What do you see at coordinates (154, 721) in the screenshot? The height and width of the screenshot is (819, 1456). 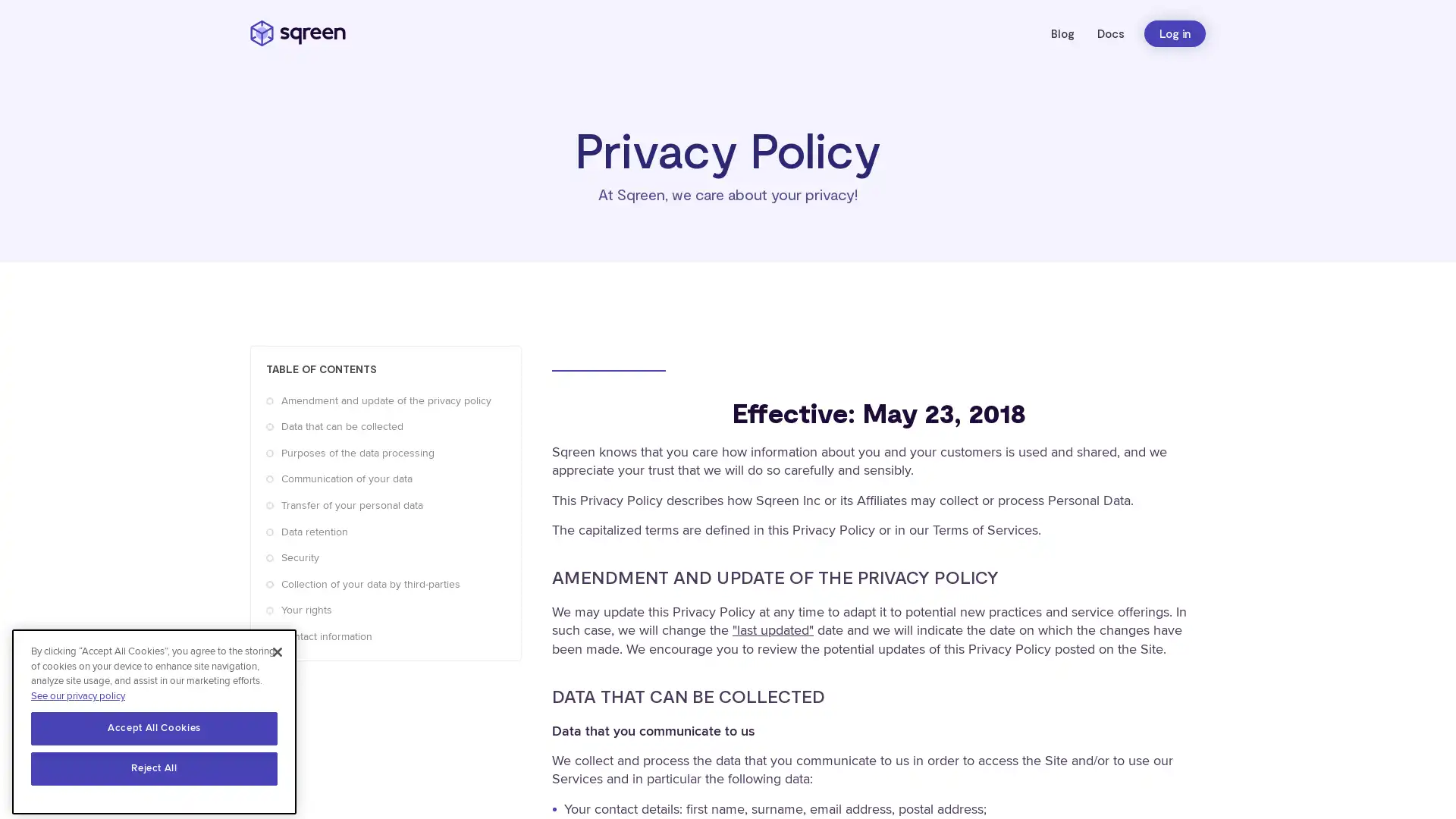 I see `Accept All Cookies` at bounding box center [154, 721].